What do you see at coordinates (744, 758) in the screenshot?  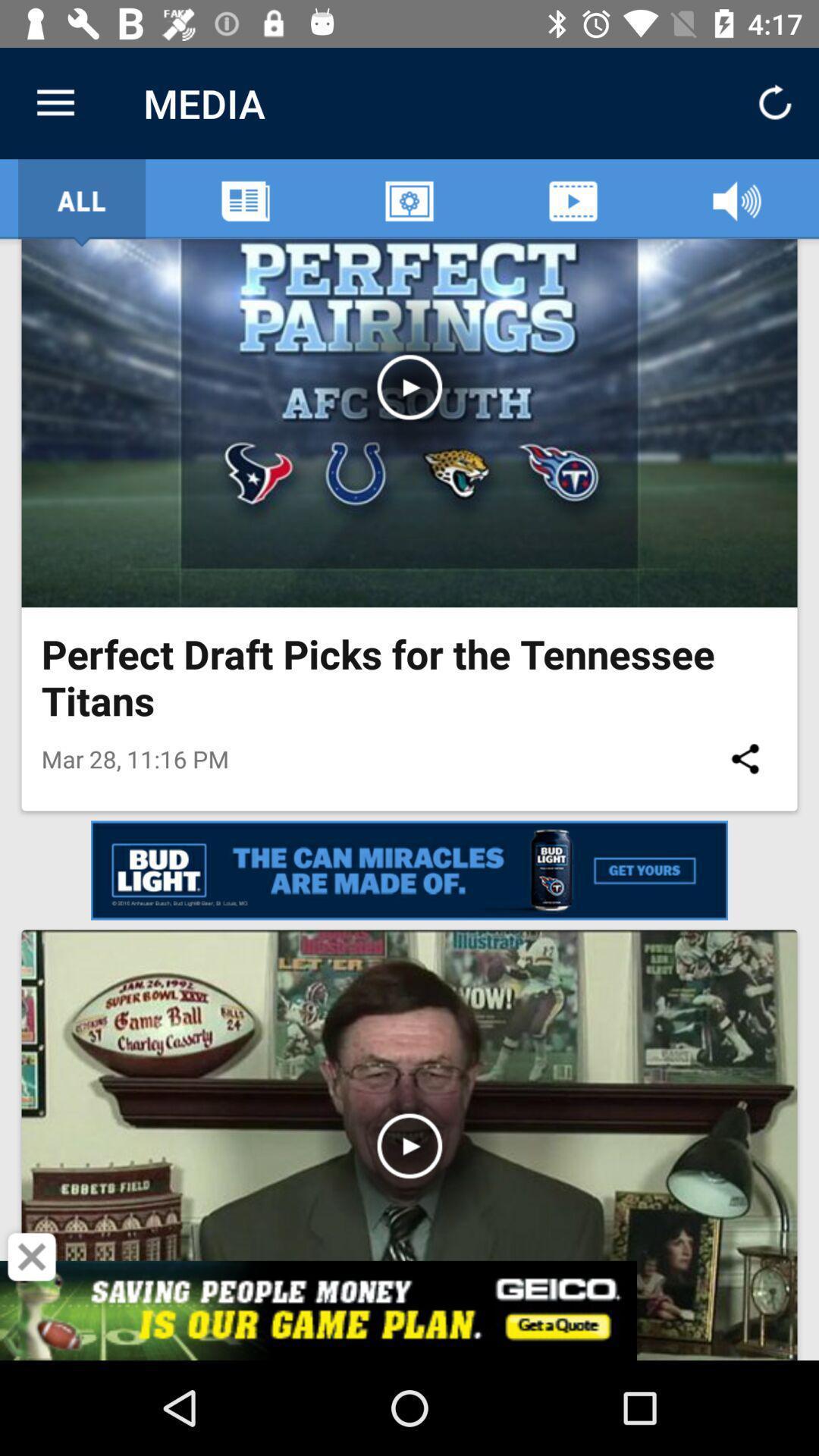 I see `the icon to the right of mar 28 11 icon` at bounding box center [744, 758].